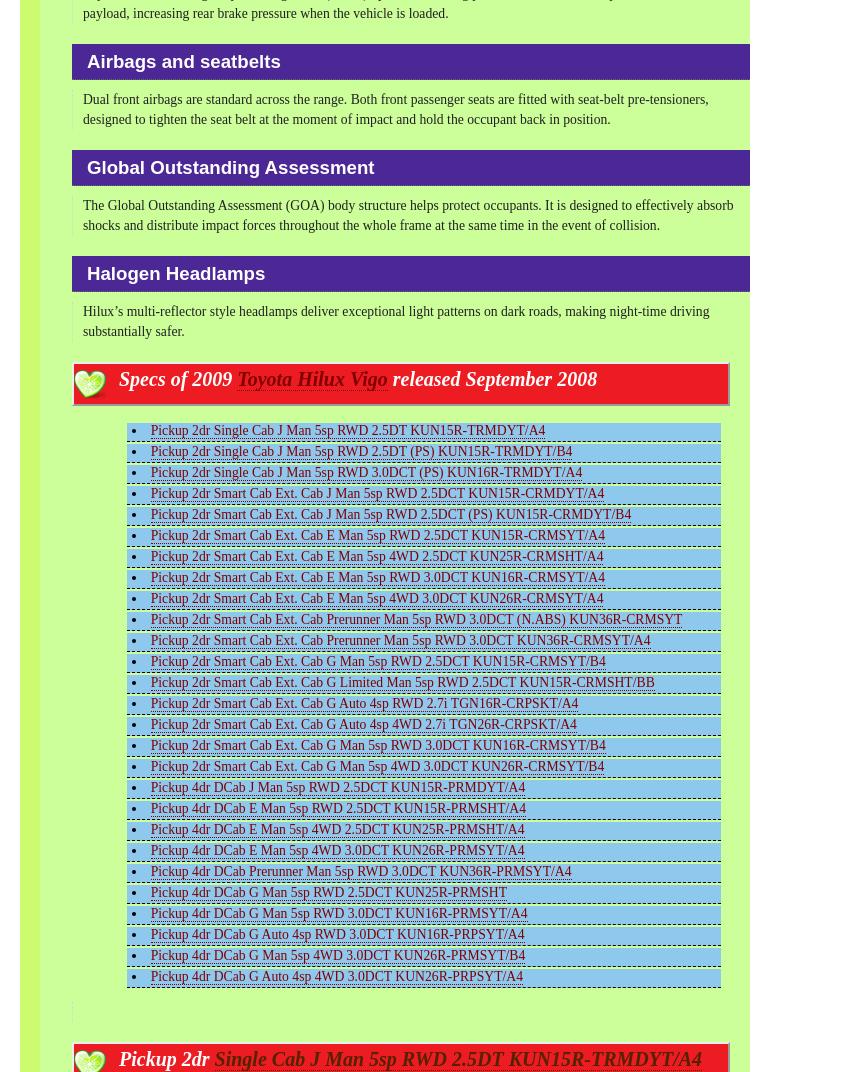 This screenshot has height=1072, width=845. What do you see at coordinates (149, 786) in the screenshot?
I see `'Pickup 4dr DCab J Man 5sp RWD 2.5DCT KUN15R-PRMDYT/A4'` at bounding box center [149, 786].